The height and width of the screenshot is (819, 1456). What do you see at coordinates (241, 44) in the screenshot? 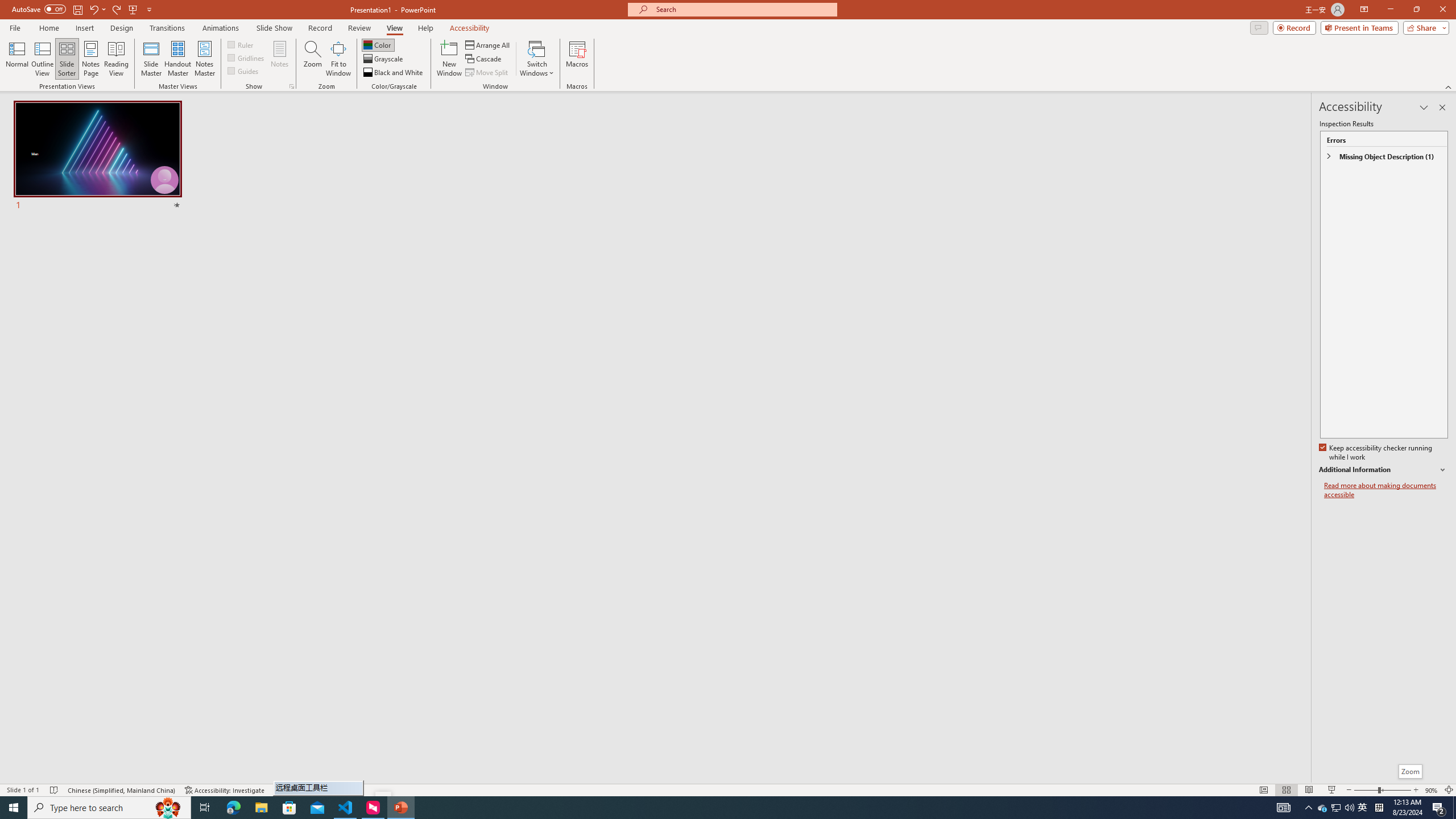
I see `'Ruler'` at bounding box center [241, 44].